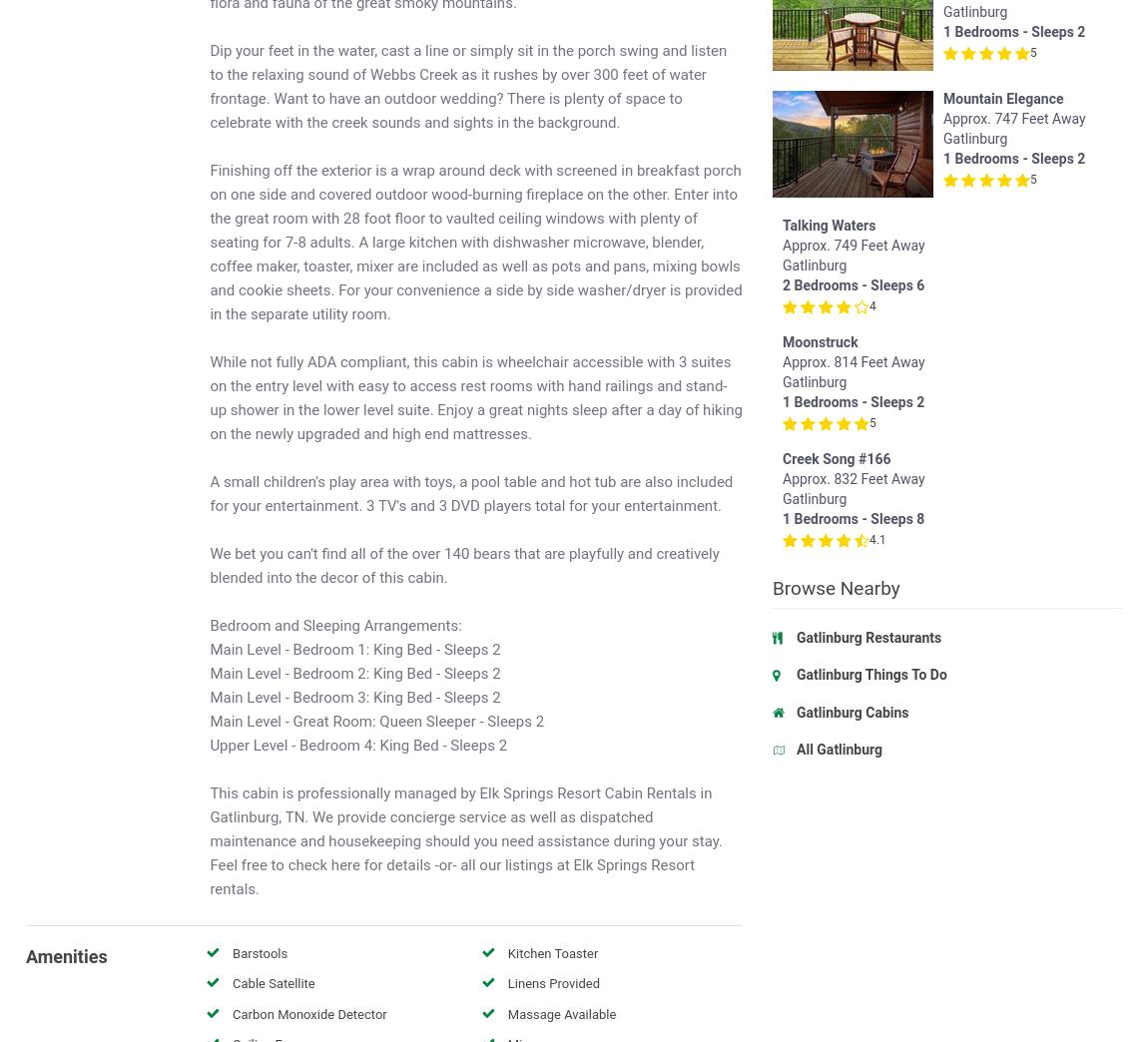 This screenshot has width=1148, height=1042. I want to click on 'Linens Provided', so click(553, 983).